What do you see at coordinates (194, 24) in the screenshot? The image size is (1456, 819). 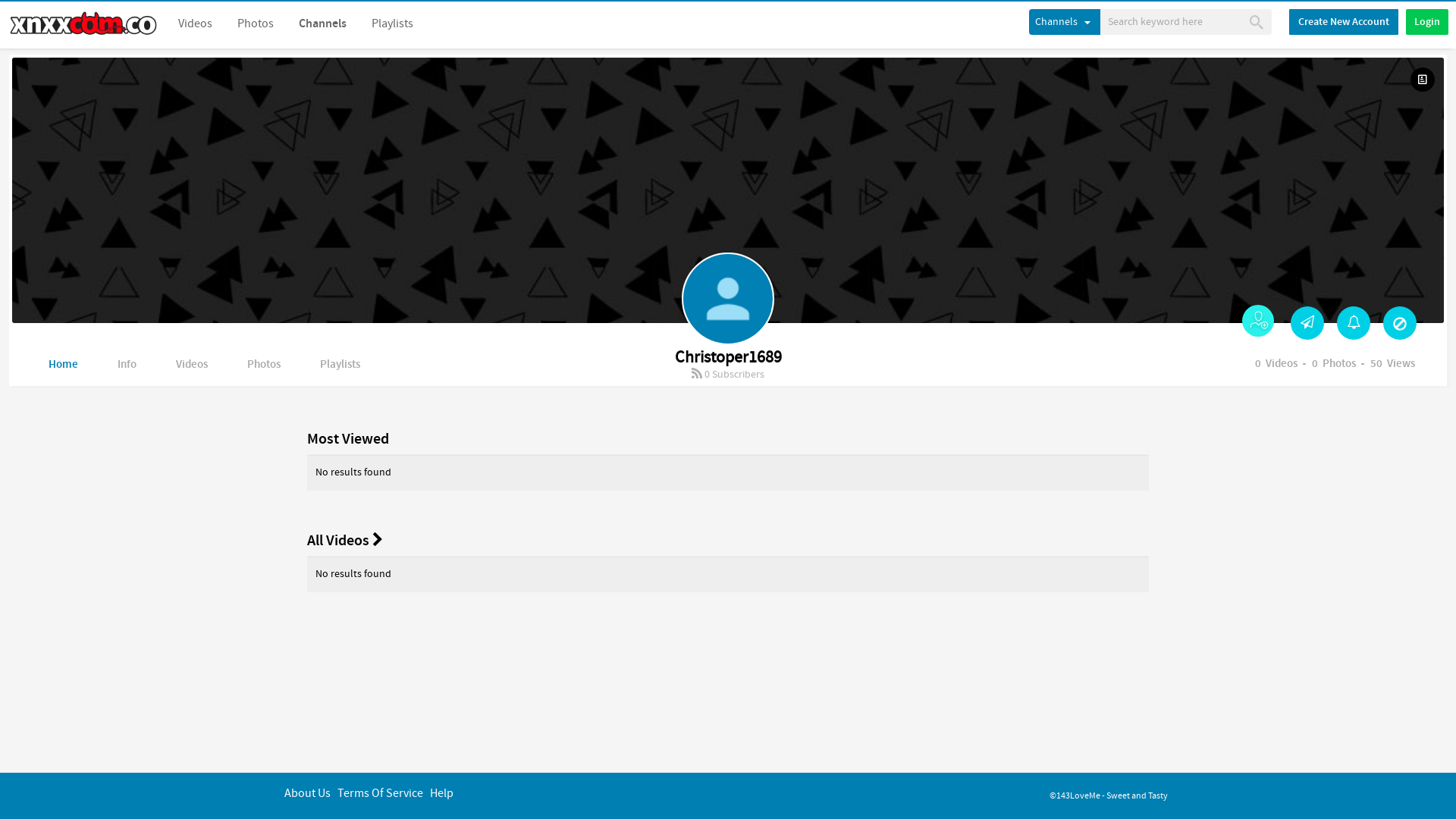 I see `'Videos'` at bounding box center [194, 24].